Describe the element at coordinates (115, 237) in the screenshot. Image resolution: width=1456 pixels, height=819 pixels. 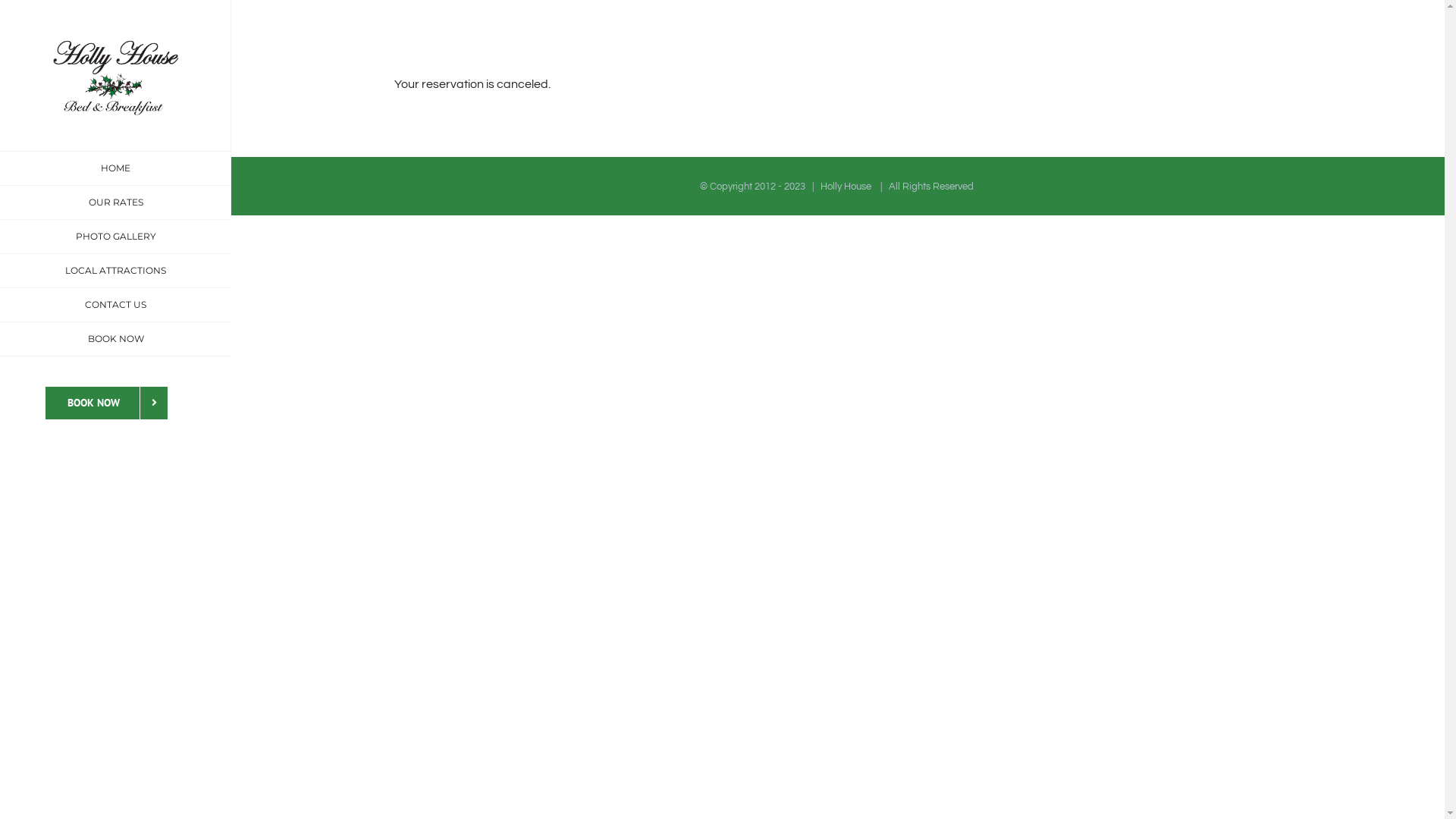
I see `'PHOTO GALLERY'` at that location.